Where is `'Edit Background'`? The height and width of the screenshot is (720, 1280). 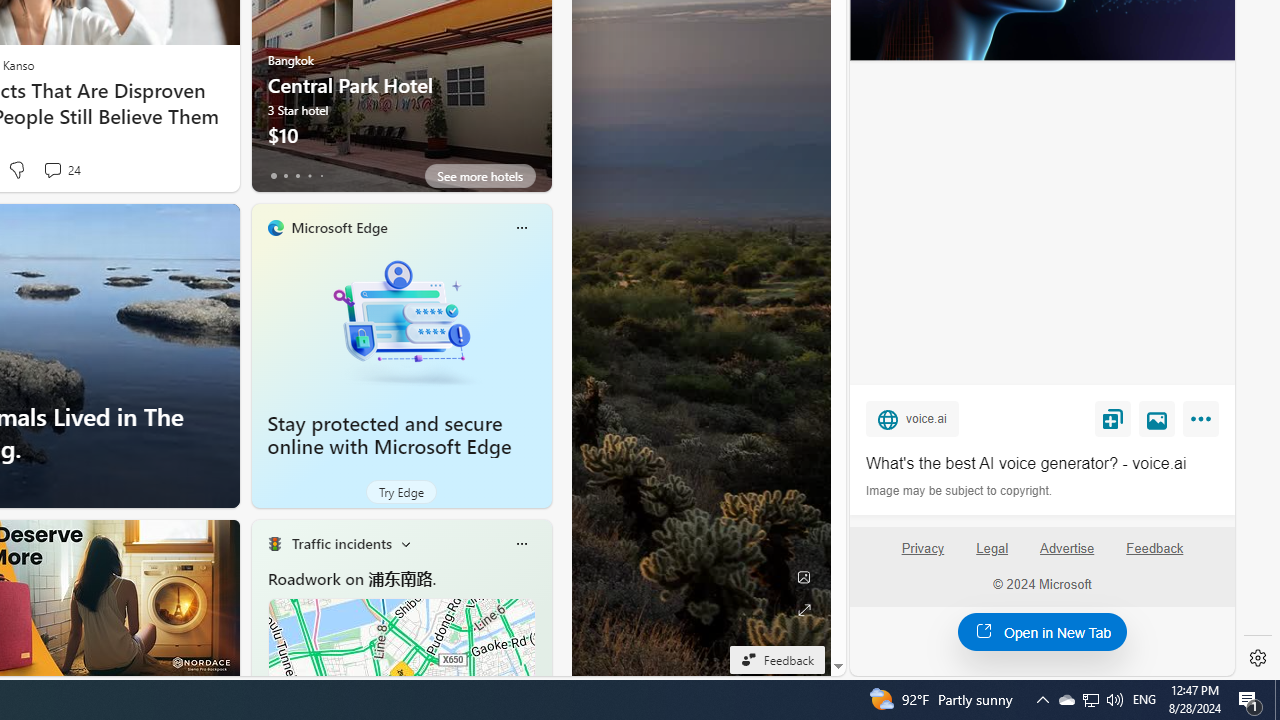
'Edit Background' is located at coordinates (803, 577).